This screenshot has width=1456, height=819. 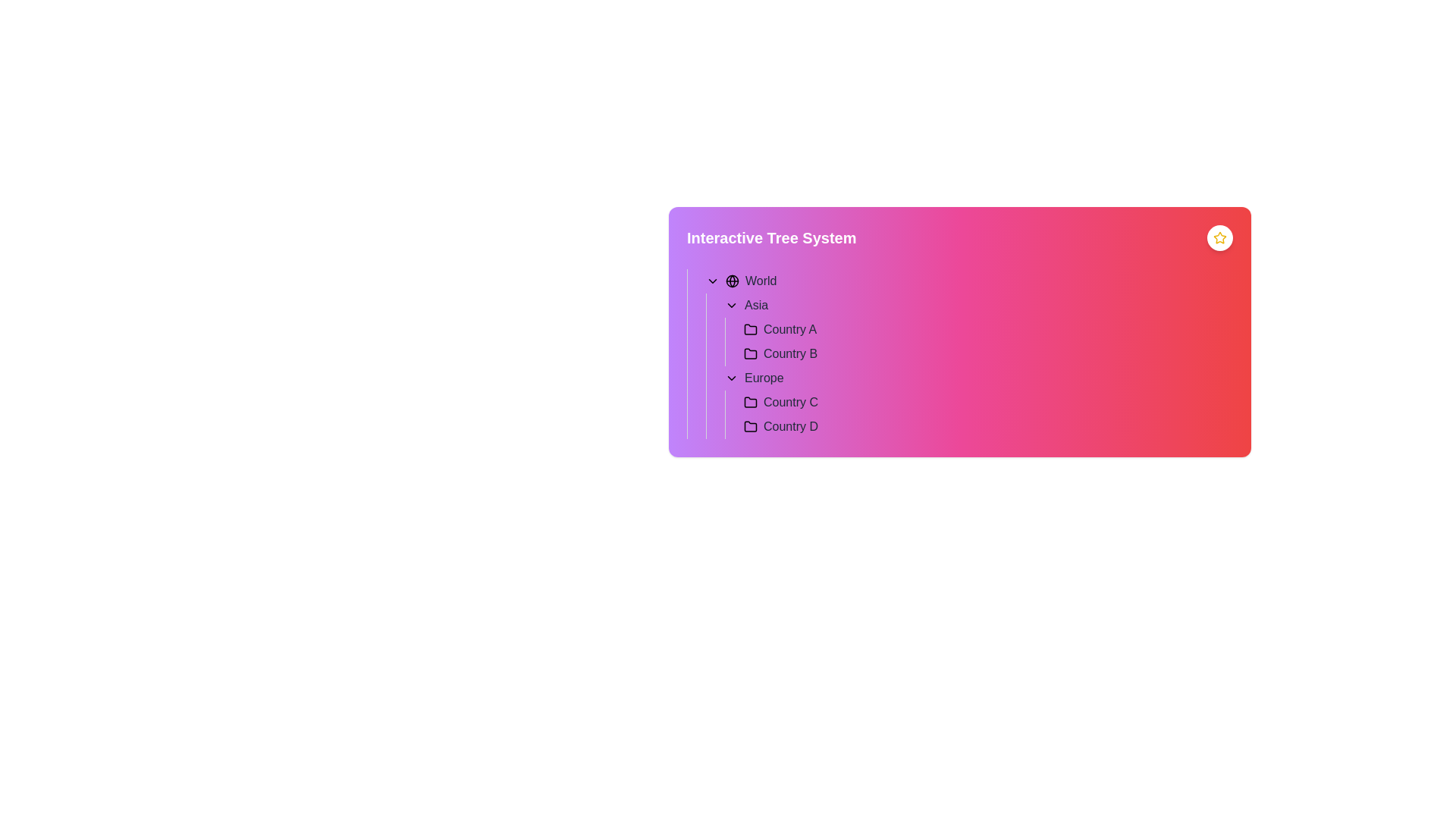 What do you see at coordinates (1219, 237) in the screenshot?
I see `the star icon located at the top-right corner of the gradient-colored panel to favorite or highlight the item` at bounding box center [1219, 237].